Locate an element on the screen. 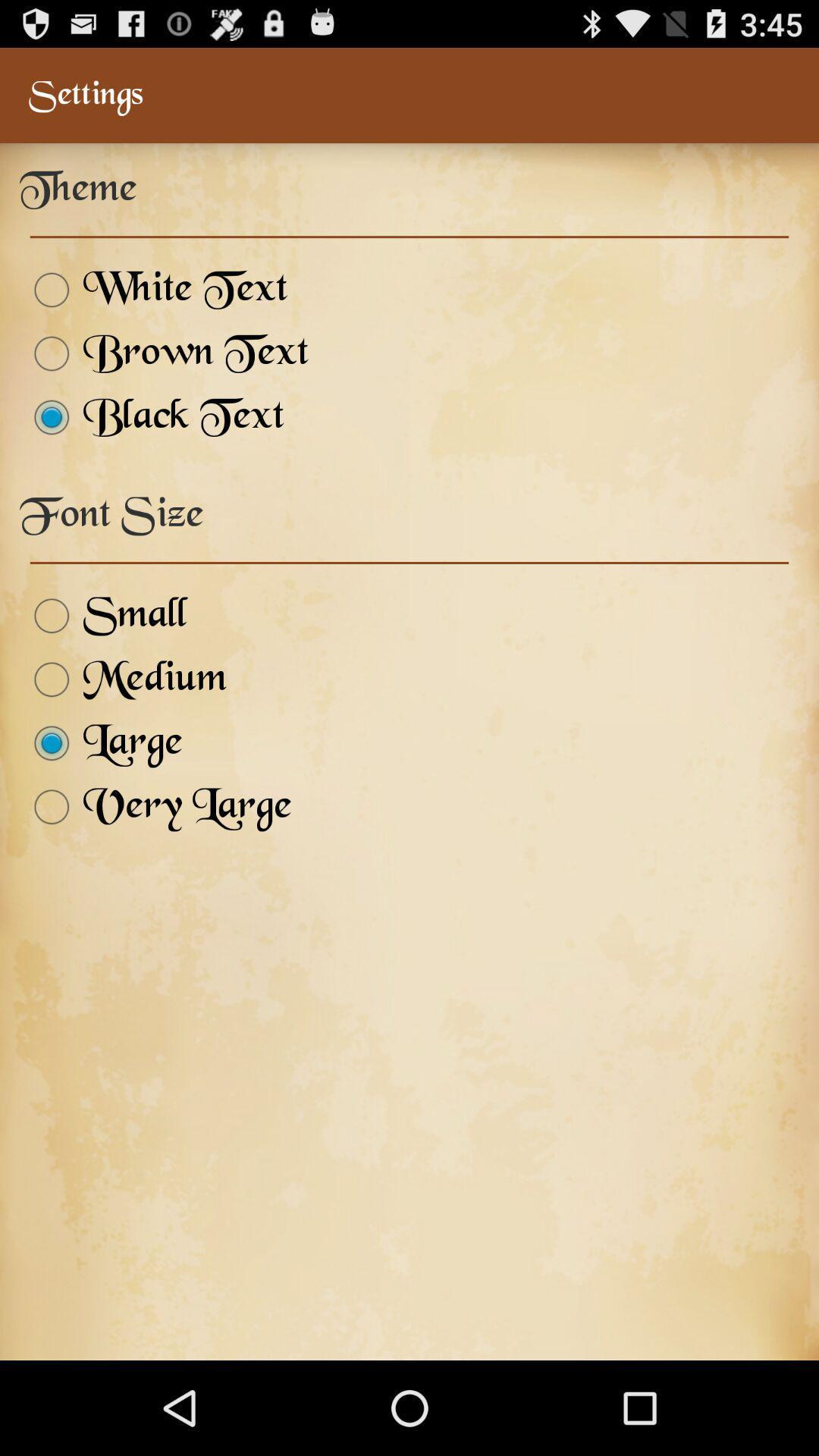  the black text is located at coordinates (152, 417).